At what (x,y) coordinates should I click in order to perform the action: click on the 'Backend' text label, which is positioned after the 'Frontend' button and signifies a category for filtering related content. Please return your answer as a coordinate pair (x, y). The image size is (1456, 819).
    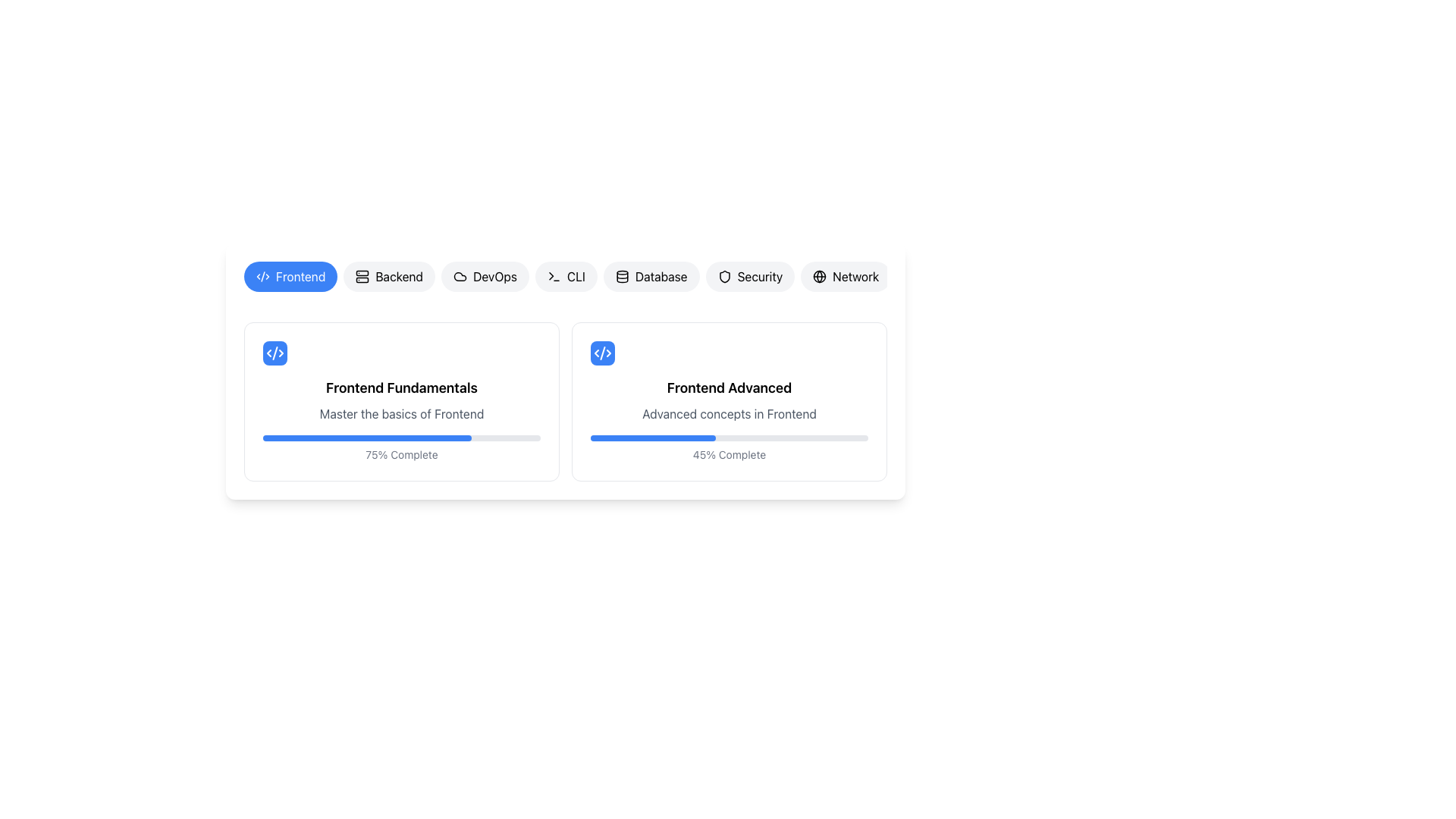
    Looking at the image, I should click on (399, 277).